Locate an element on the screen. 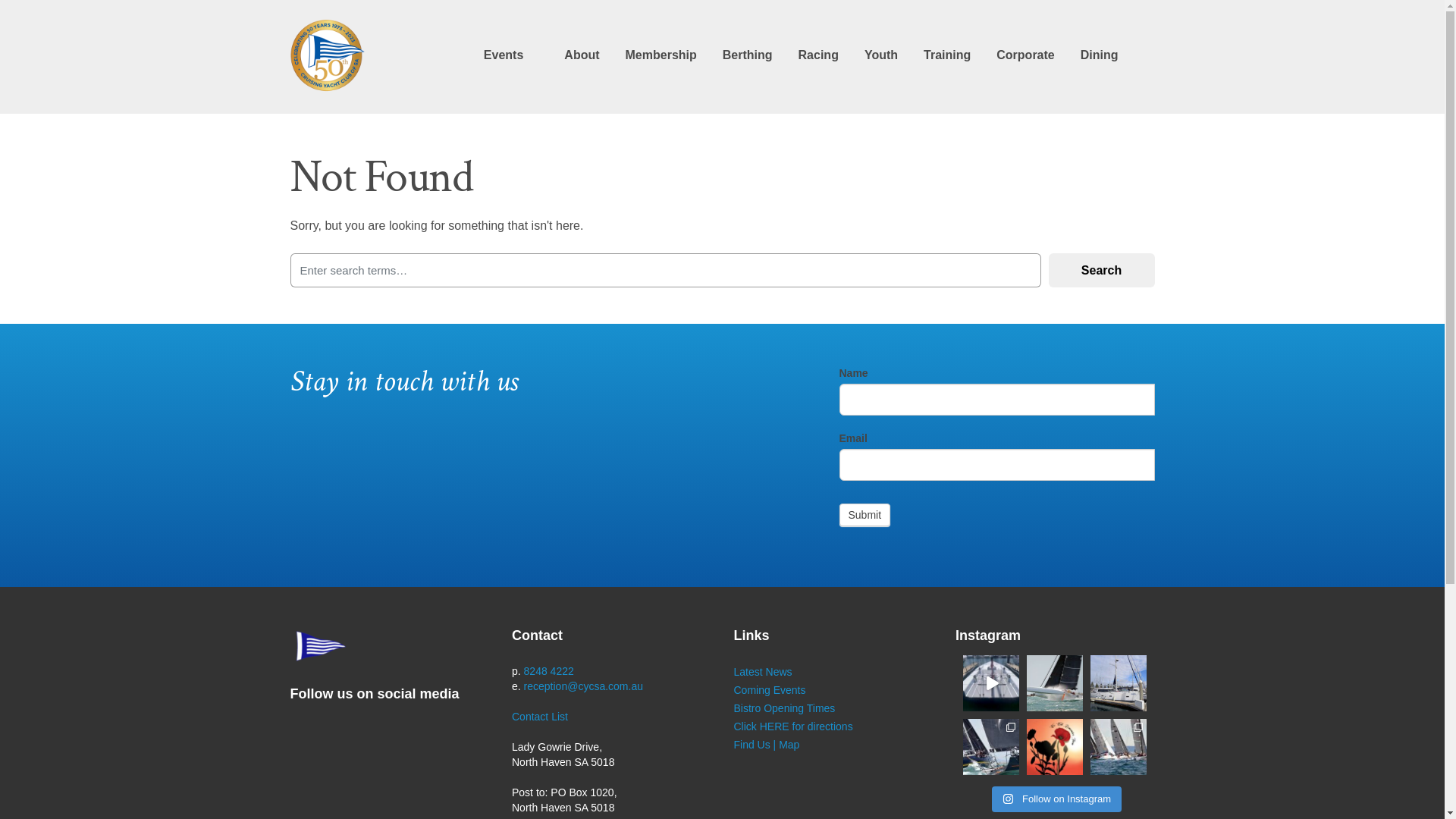 Image resolution: width=1456 pixels, height=819 pixels. 'Corporate' is located at coordinates (996, 55).